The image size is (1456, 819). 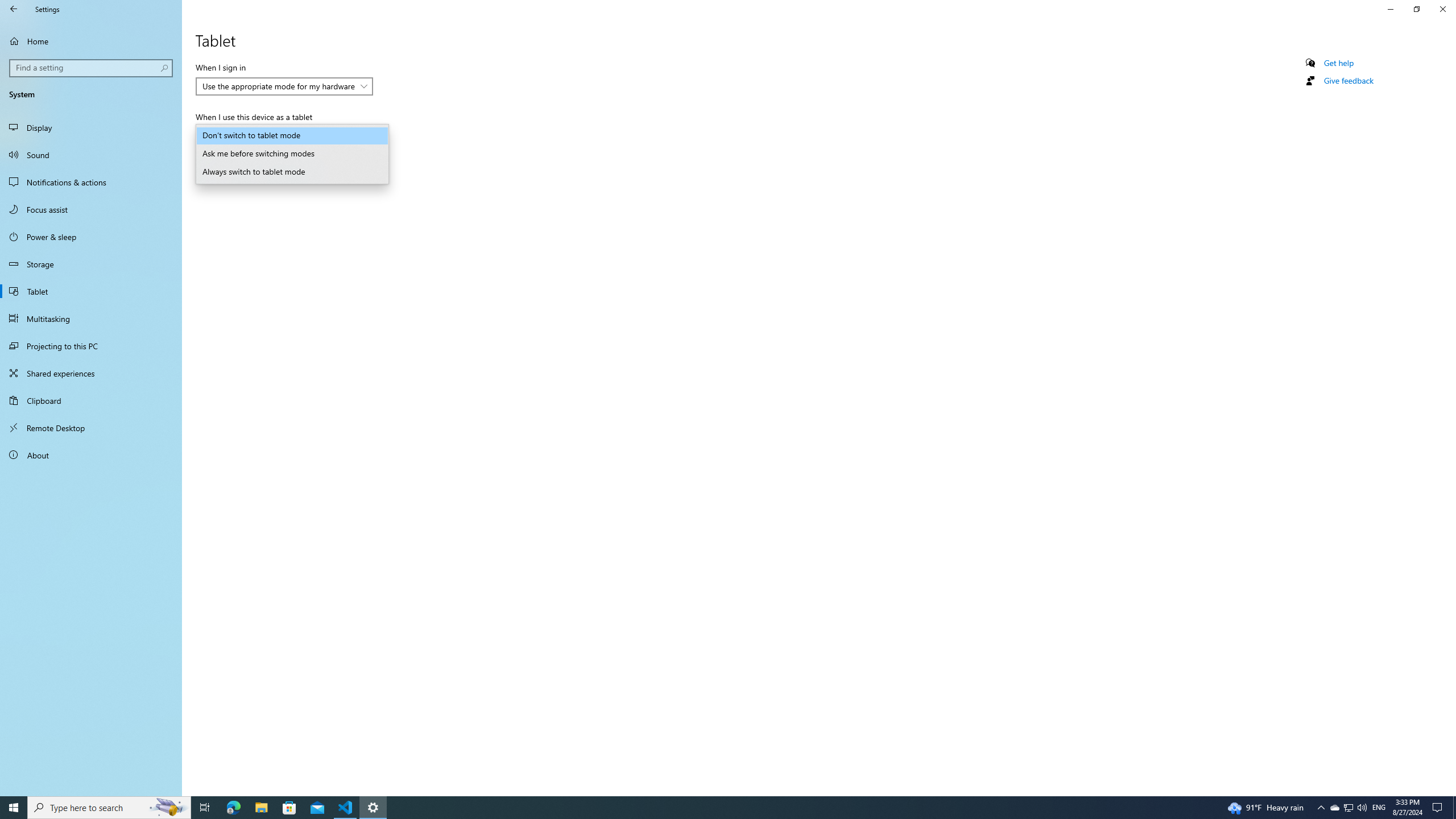 What do you see at coordinates (90, 427) in the screenshot?
I see `'Remote Desktop'` at bounding box center [90, 427].